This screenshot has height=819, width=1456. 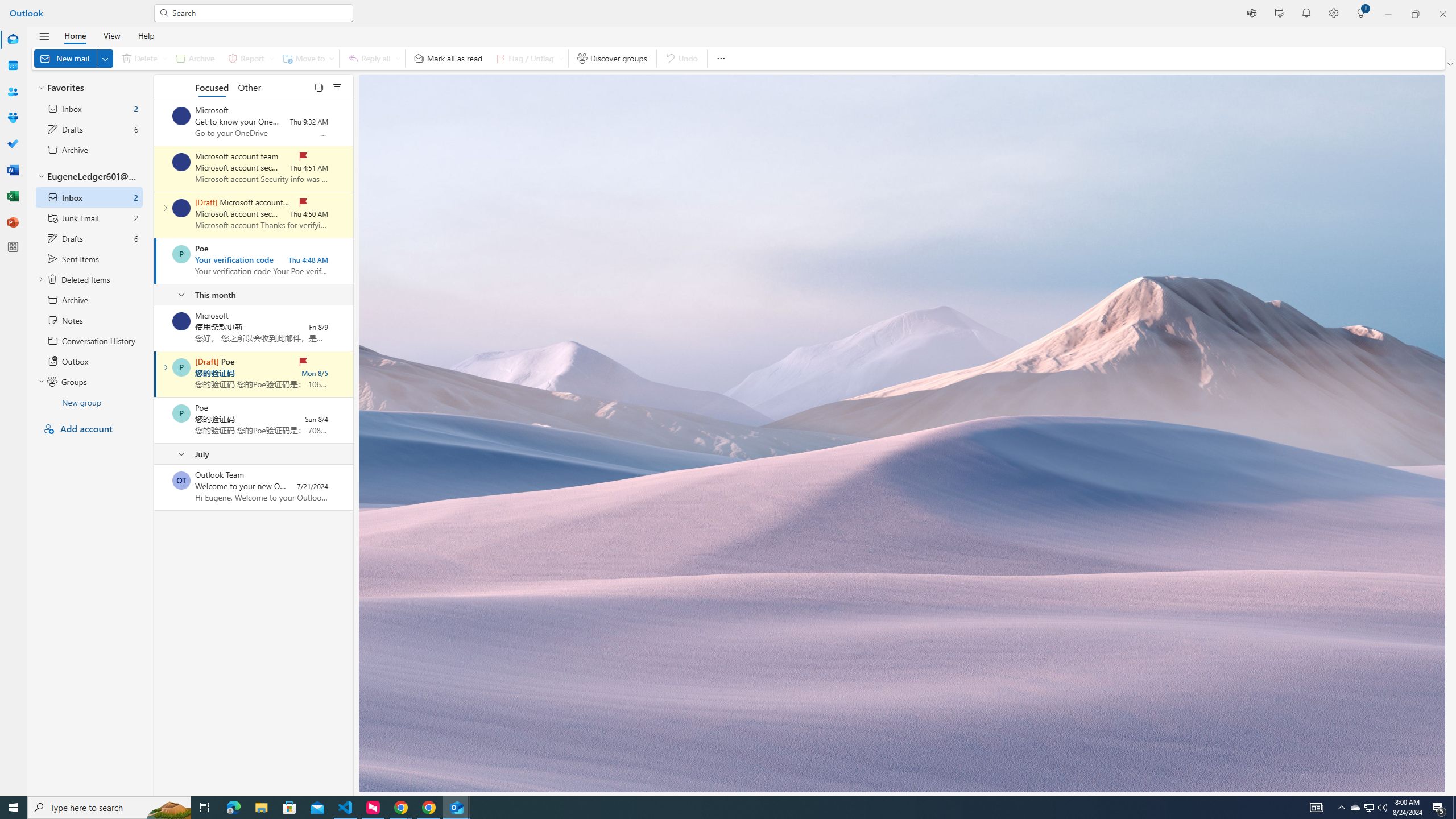 What do you see at coordinates (13, 196) in the screenshot?
I see `'Excel'` at bounding box center [13, 196].